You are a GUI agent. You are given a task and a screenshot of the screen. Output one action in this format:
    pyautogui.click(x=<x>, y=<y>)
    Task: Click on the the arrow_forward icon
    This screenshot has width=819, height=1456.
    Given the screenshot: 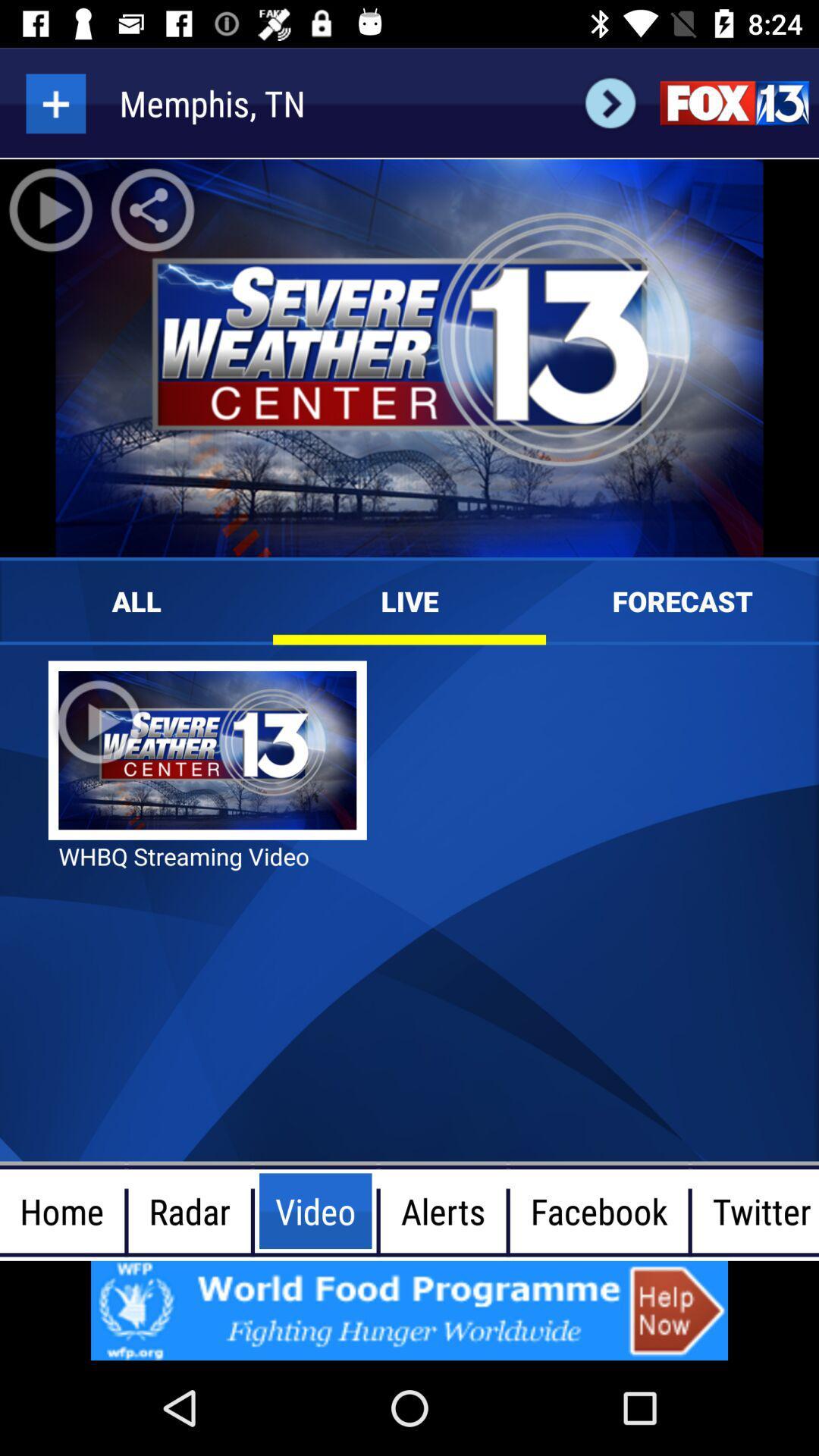 What is the action you would take?
    pyautogui.click(x=610, y=102)
    